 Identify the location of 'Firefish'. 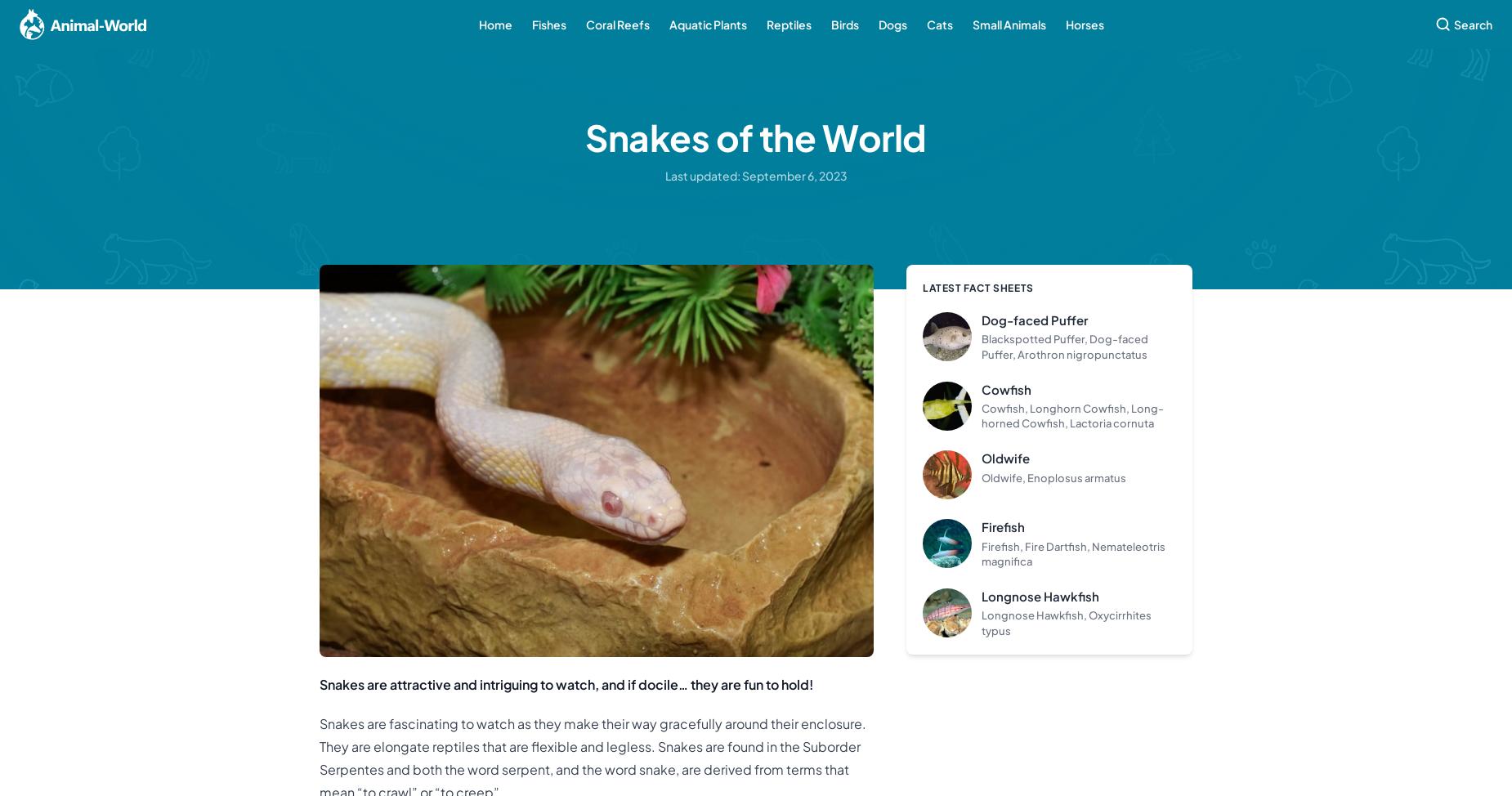
(1002, 525).